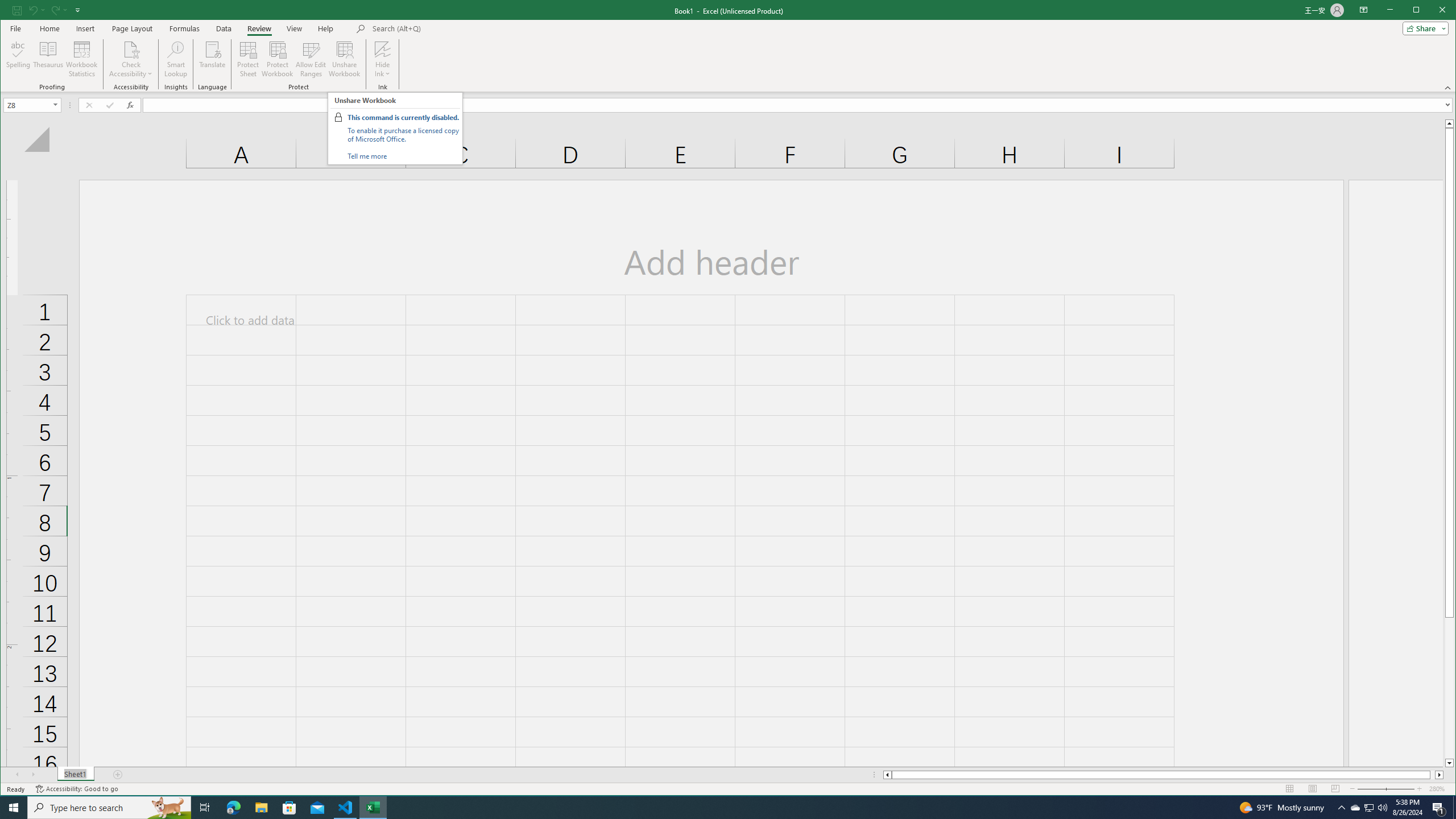 Image resolution: width=1456 pixels, height=819 pixels. Describe the element at coordinates (76, 775) in the screenshot. I see `'Sheet Tab'` at that location.